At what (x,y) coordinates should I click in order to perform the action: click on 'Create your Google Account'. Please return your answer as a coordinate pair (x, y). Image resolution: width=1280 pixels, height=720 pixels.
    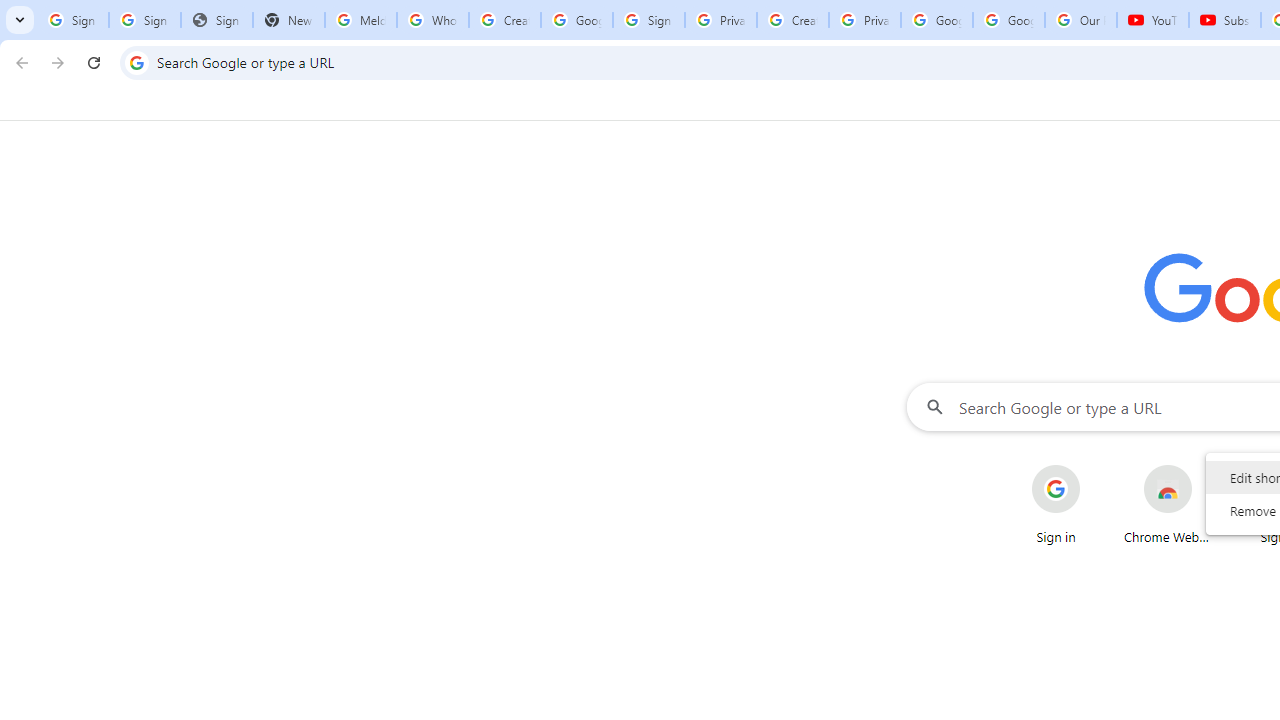
    Looking at the image, I should click on (791, 20).